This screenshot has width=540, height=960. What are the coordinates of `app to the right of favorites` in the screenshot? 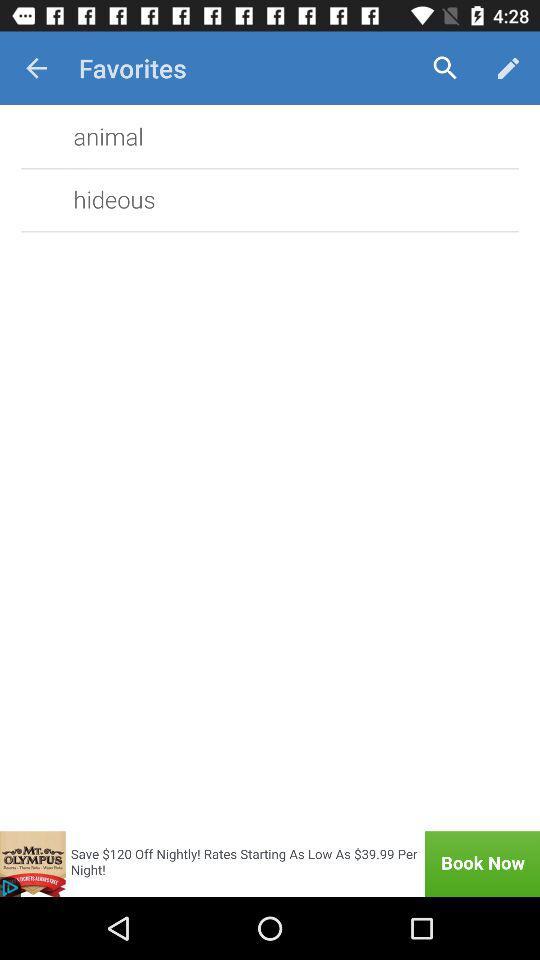 It's located at (445, 68).